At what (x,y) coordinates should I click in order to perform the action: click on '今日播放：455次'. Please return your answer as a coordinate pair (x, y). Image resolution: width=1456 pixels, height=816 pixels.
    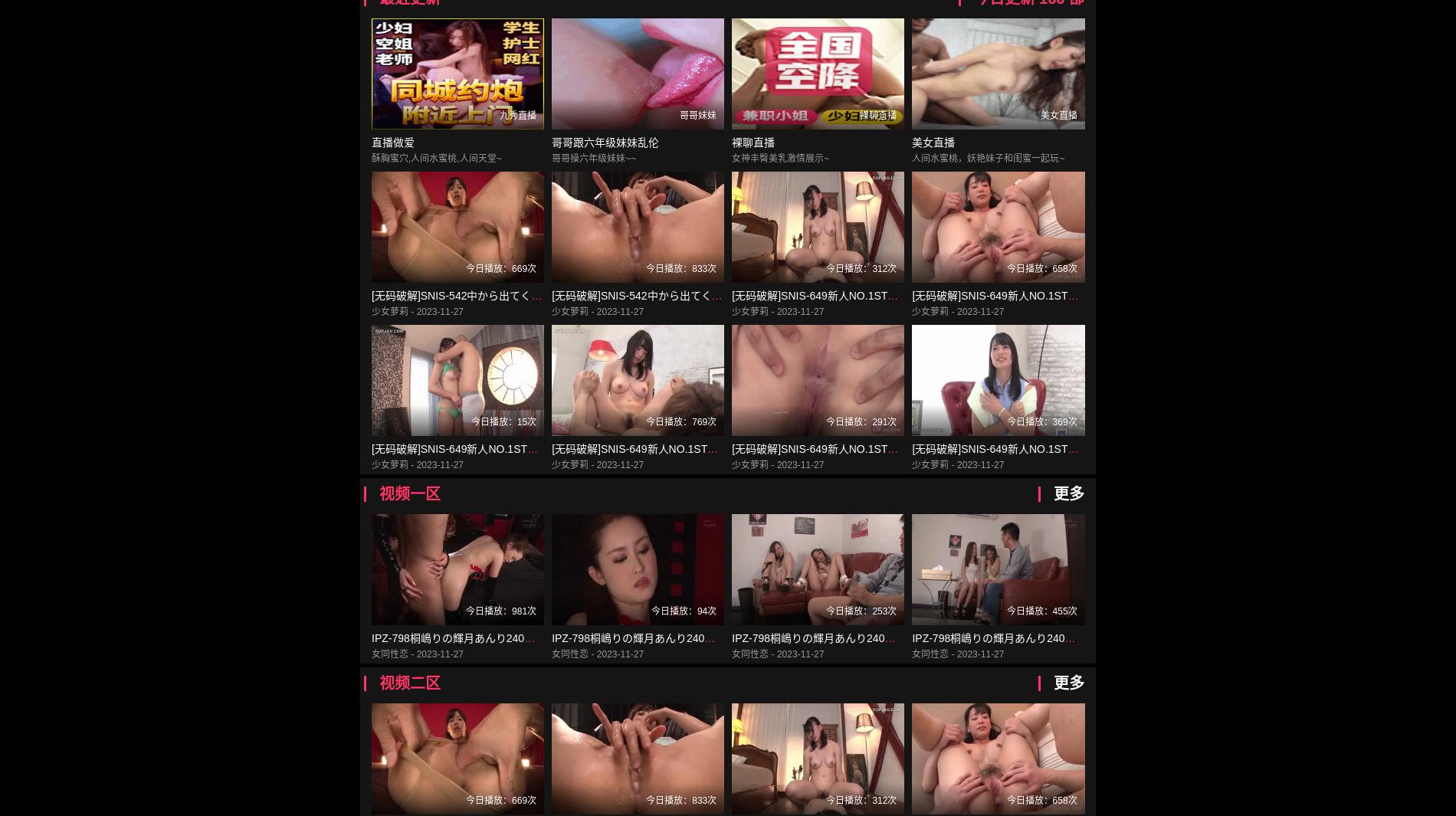
    Looking at the image, I should click on (1005, 611).